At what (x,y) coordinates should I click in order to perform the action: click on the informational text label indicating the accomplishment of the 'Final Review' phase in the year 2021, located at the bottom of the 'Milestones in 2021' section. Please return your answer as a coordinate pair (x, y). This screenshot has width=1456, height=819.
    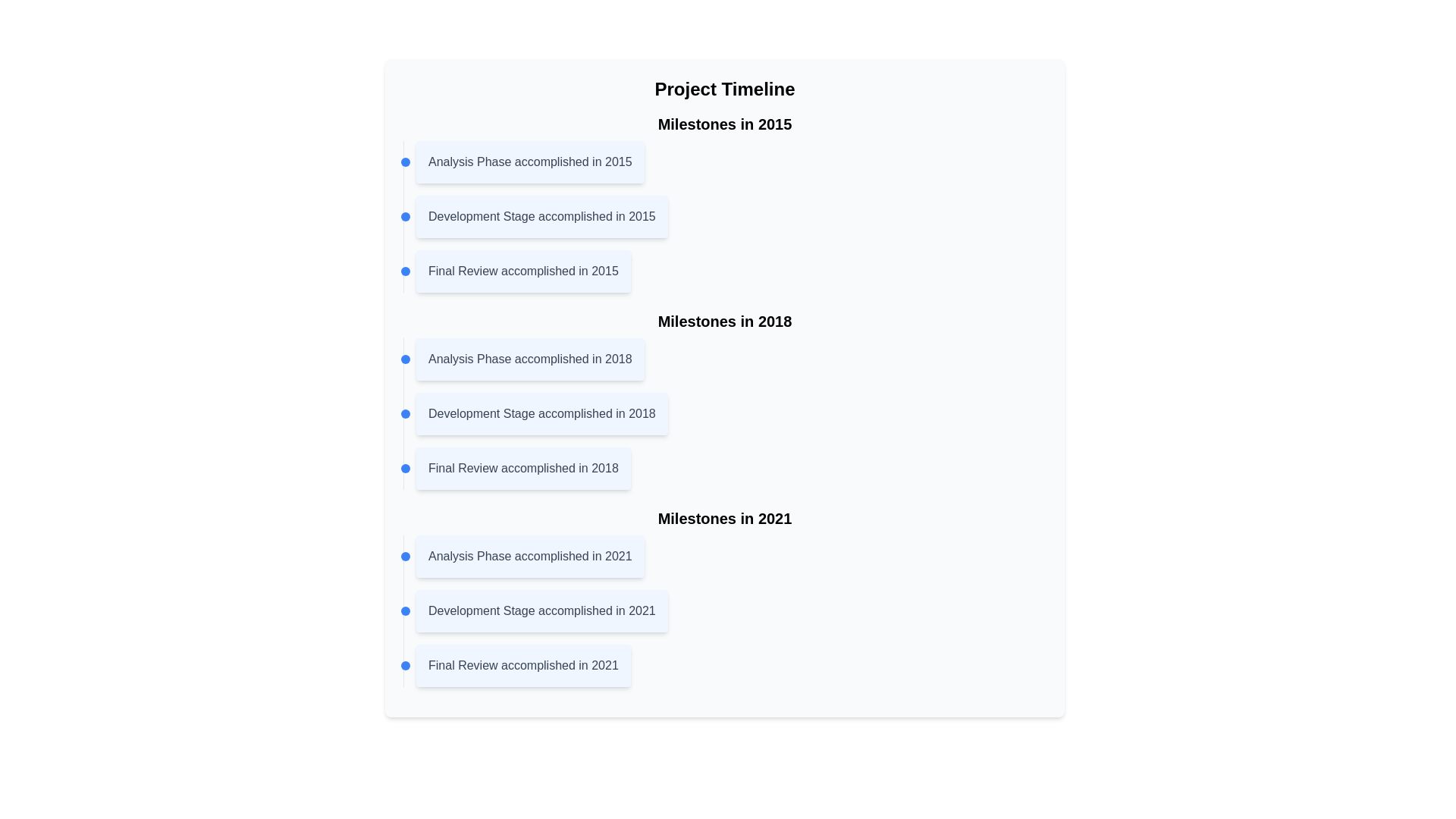
    Looking at the image, I should click on (523, 665).